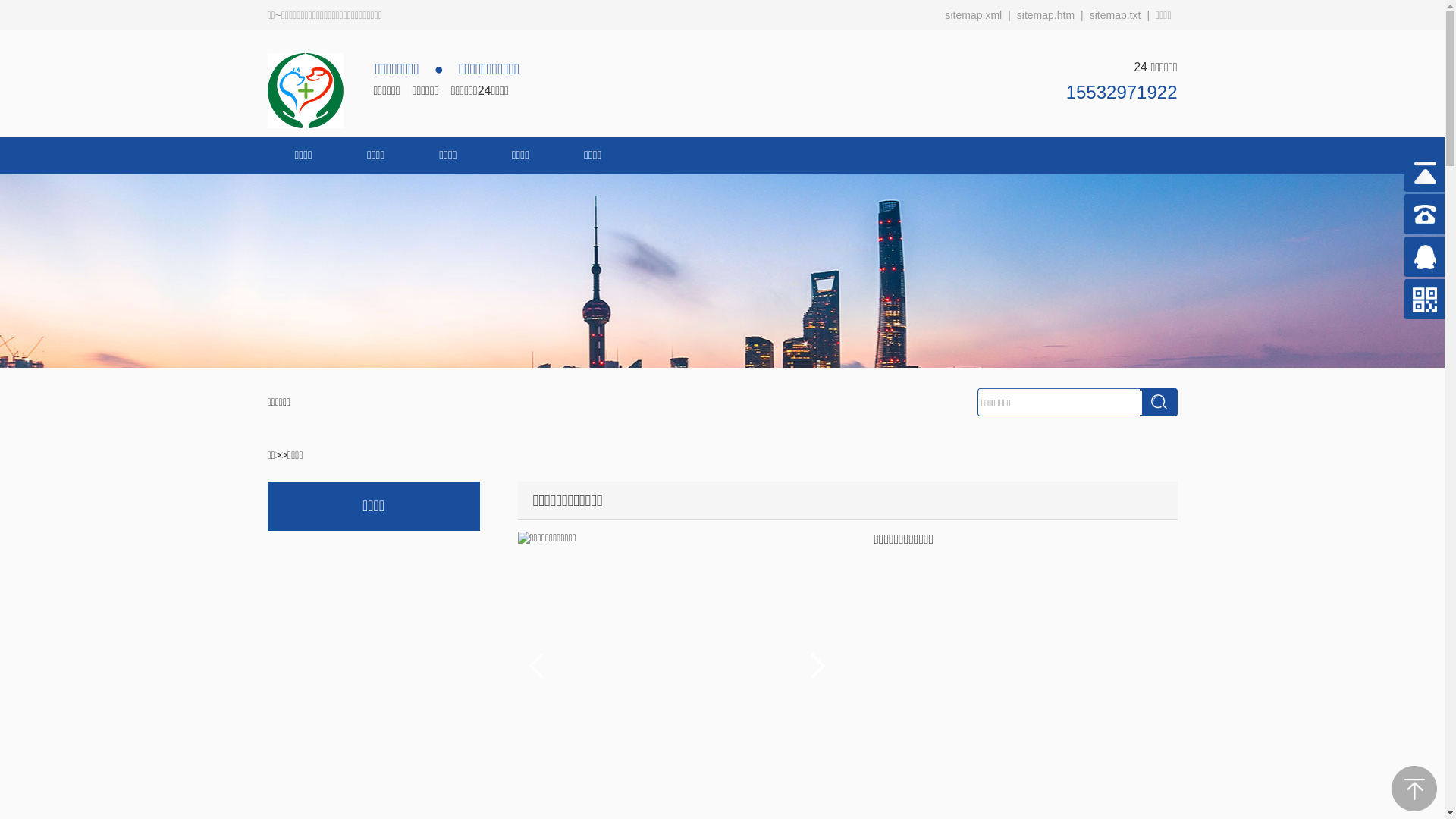 The height and width of the screenshot is (819, 1456). What do you see at coordinates (1044, 14) in the screenshot?
I see `'sitemap.htm'` at bounding box center [1044, 14].